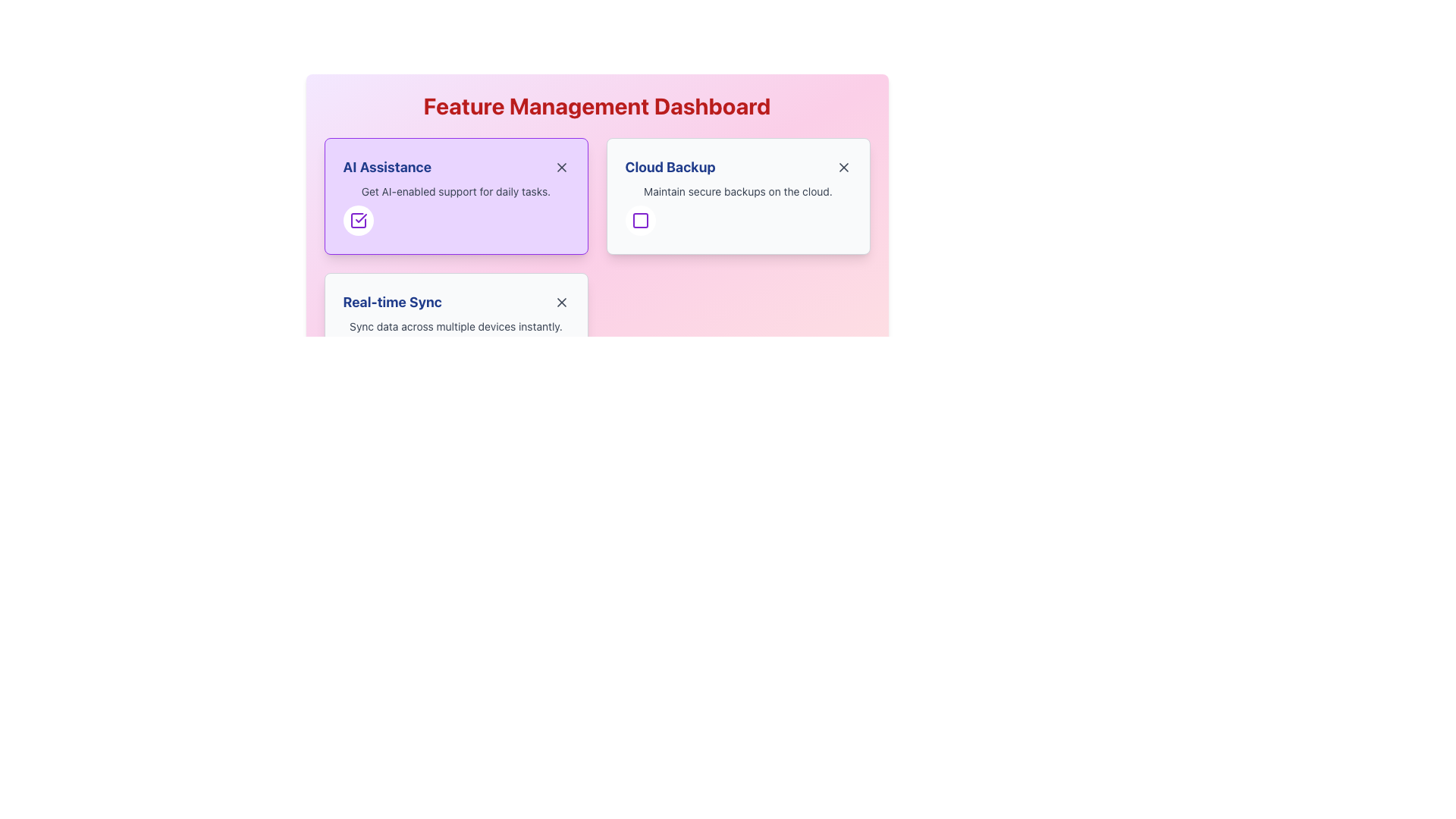  Describe the element at coordinates (357, 356) in the screenshot. I see `the Interactive Icon Component located in the bottom-left corner of the 'Feature Management Dashboard'` at that location.